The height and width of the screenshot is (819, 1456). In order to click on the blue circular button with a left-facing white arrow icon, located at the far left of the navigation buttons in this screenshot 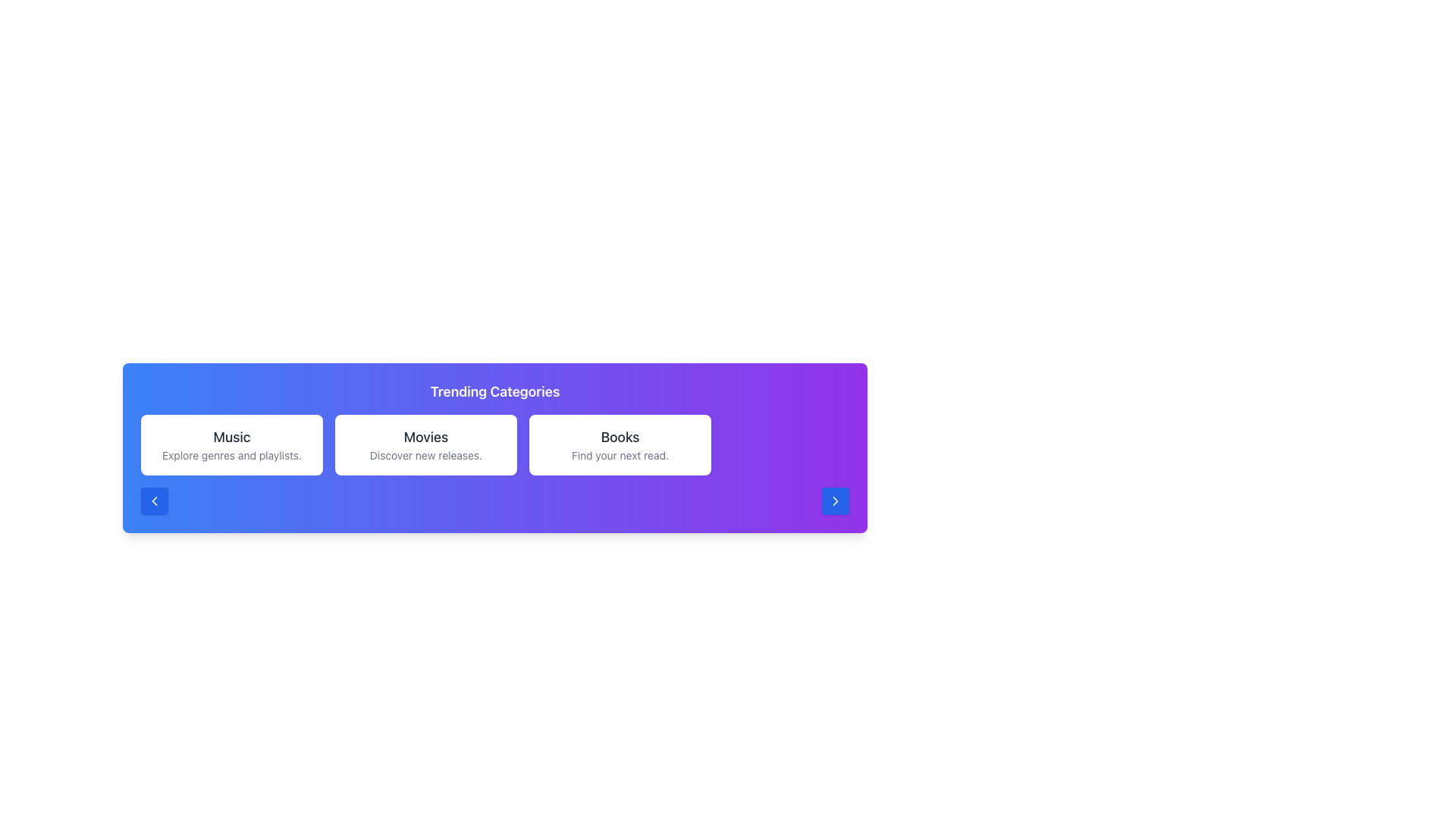, I will do `click(154, 500)`.